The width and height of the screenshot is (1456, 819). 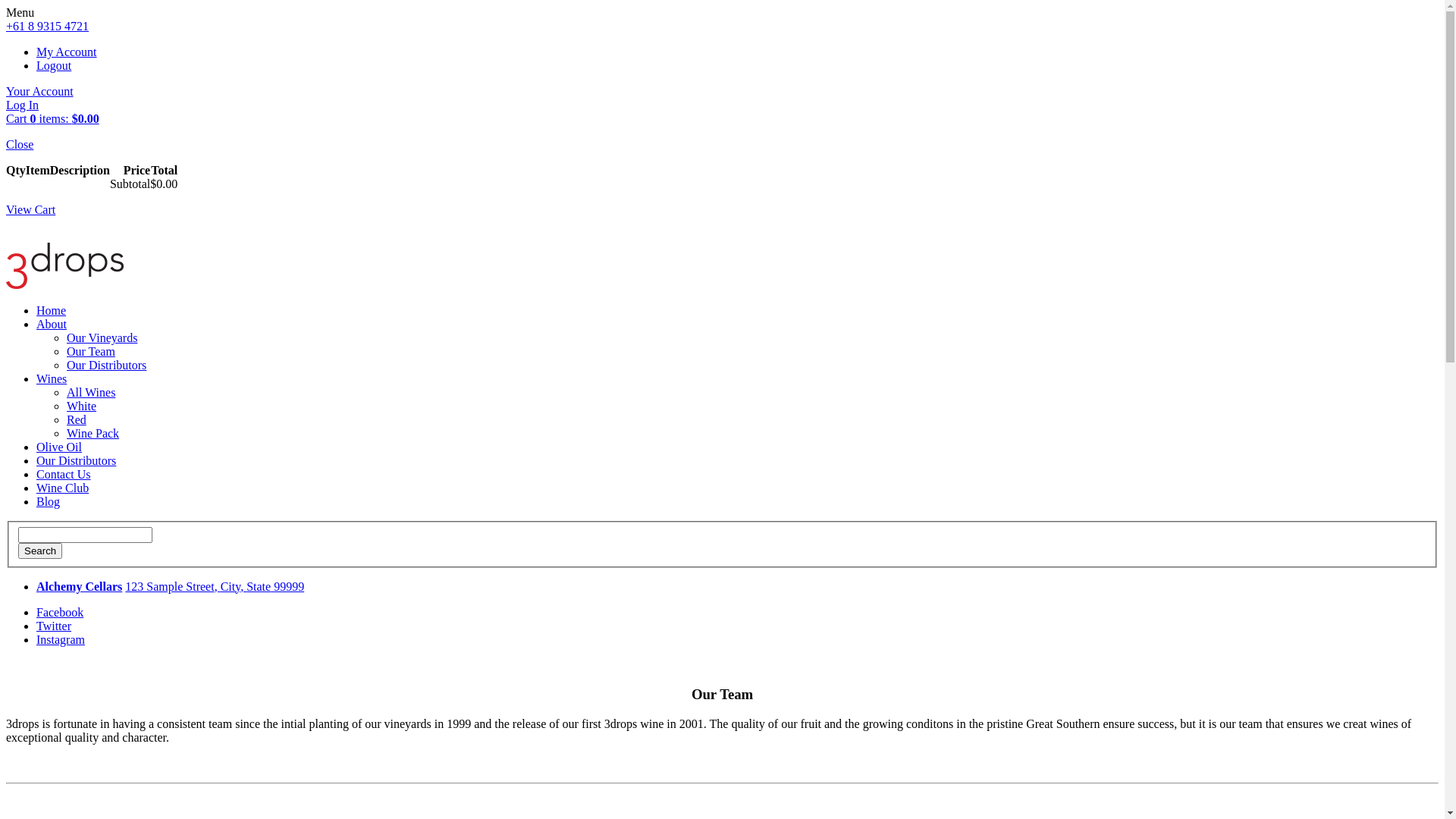 What do you see at coordinates (58, 446) in the screenshot?
I see `'Olive Oil'` at bounding box center [58, 446].